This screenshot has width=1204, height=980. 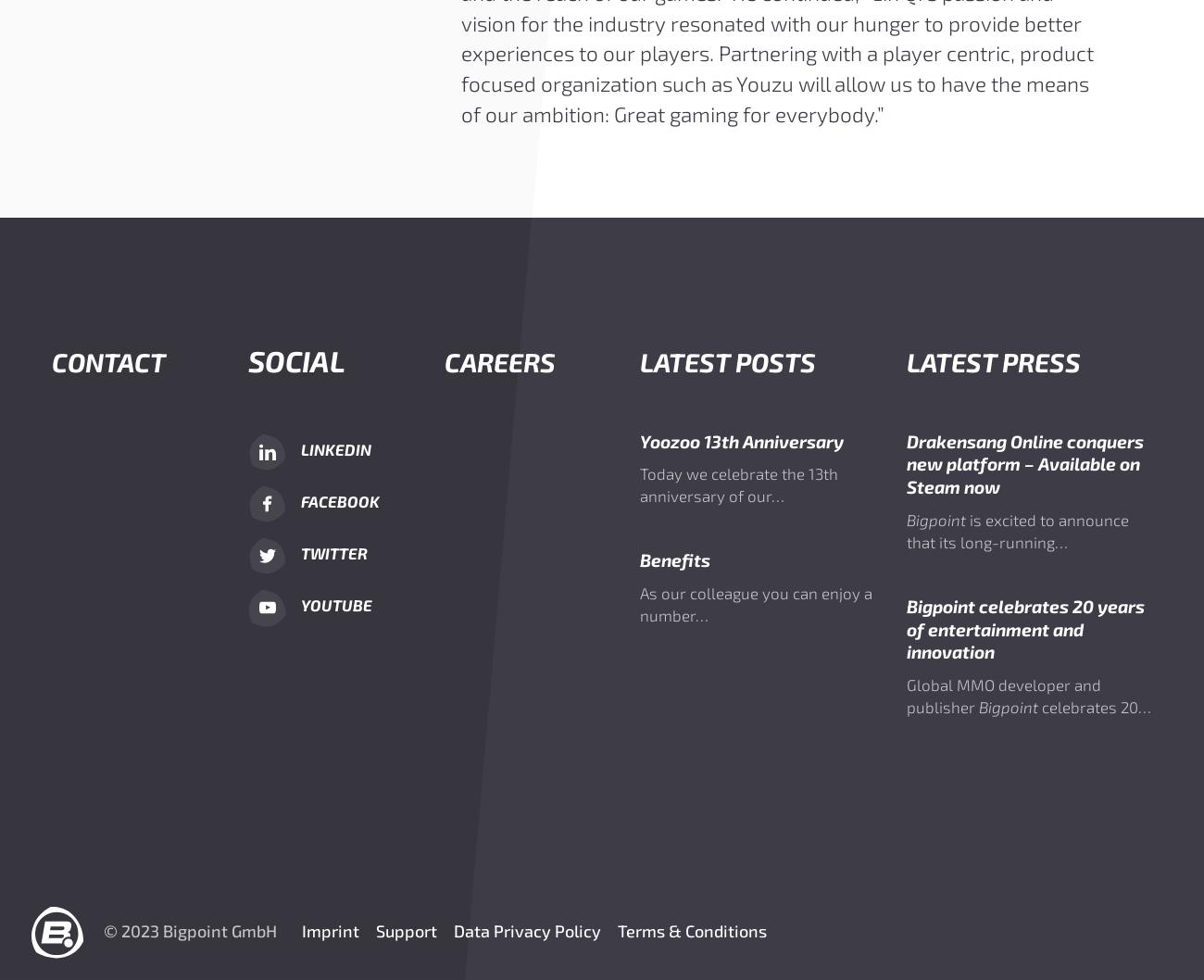 I want to click on 'Drakensang Online conquers new platform – Available on Steam now', so click(x=904, y=462).